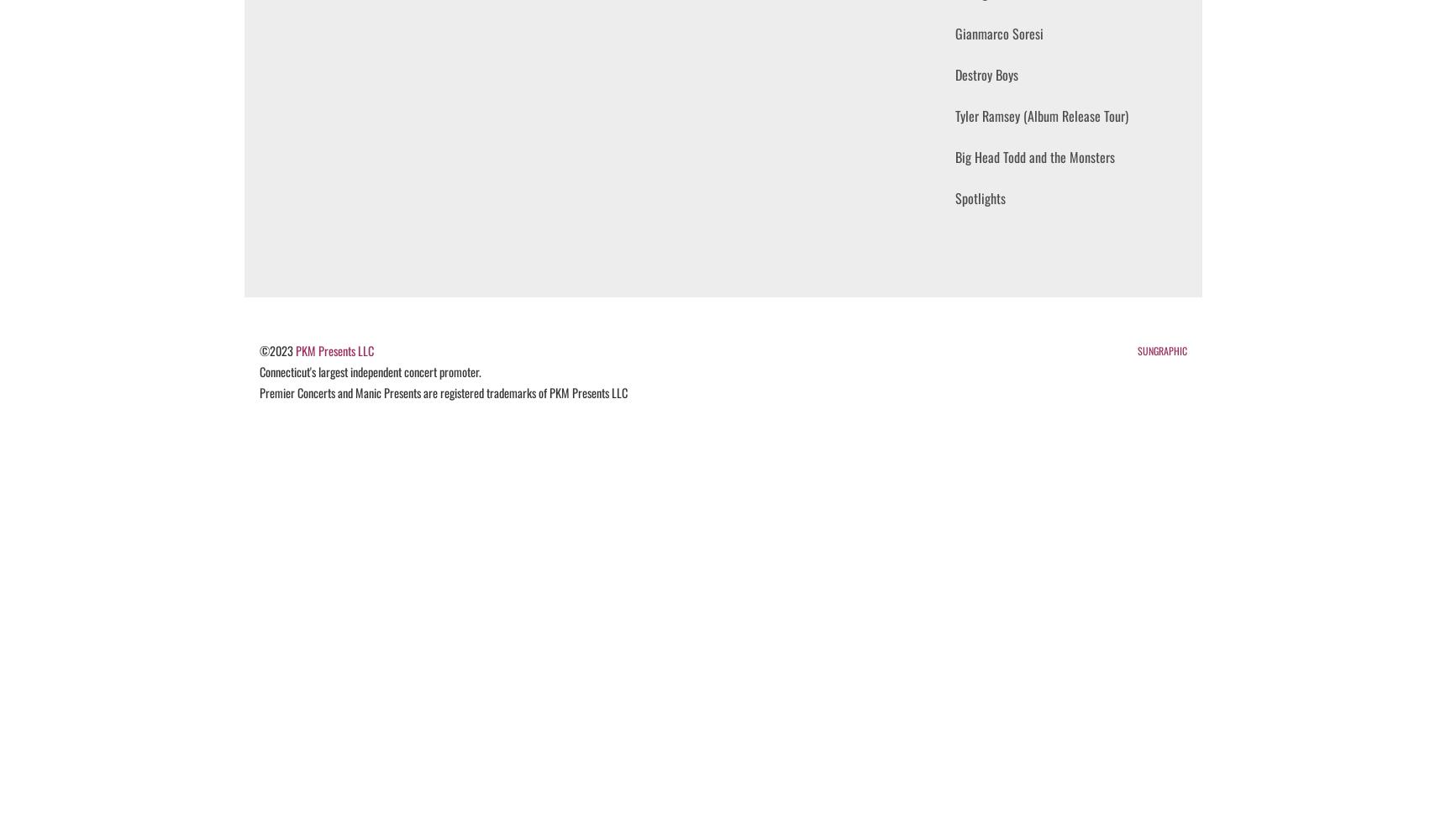 The height and width of the screenshot is (840, 1446). Describe the element at coordinates (442, 391) in the screenshot. I see `'Premier Concerts and Manic Presents are registered trademarks of PKM Presents LLC'` at that location.